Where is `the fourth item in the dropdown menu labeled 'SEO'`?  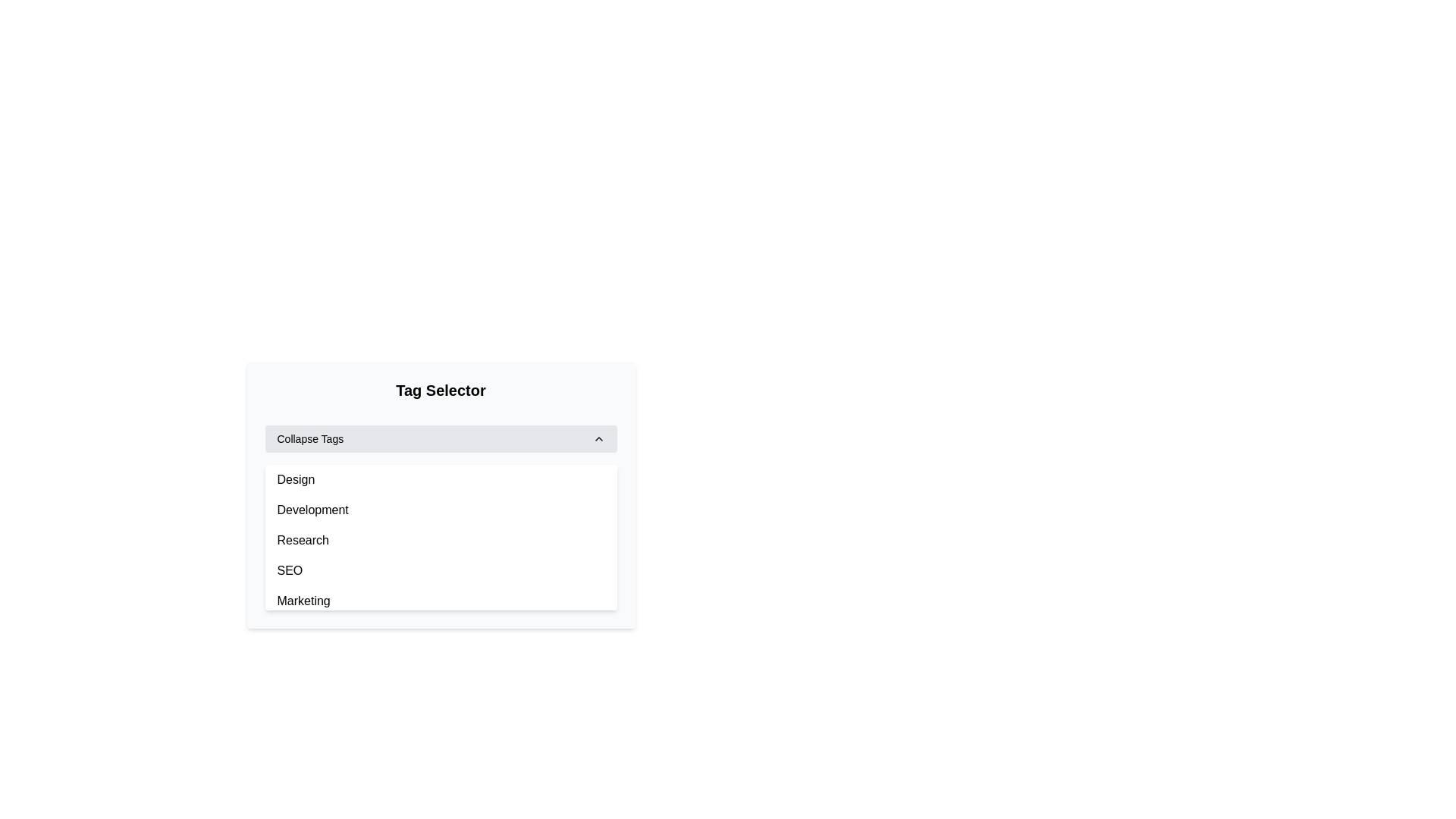 the fourth item in the dropdown menu labeled 'SEO' is located at coordinates (440, 570).